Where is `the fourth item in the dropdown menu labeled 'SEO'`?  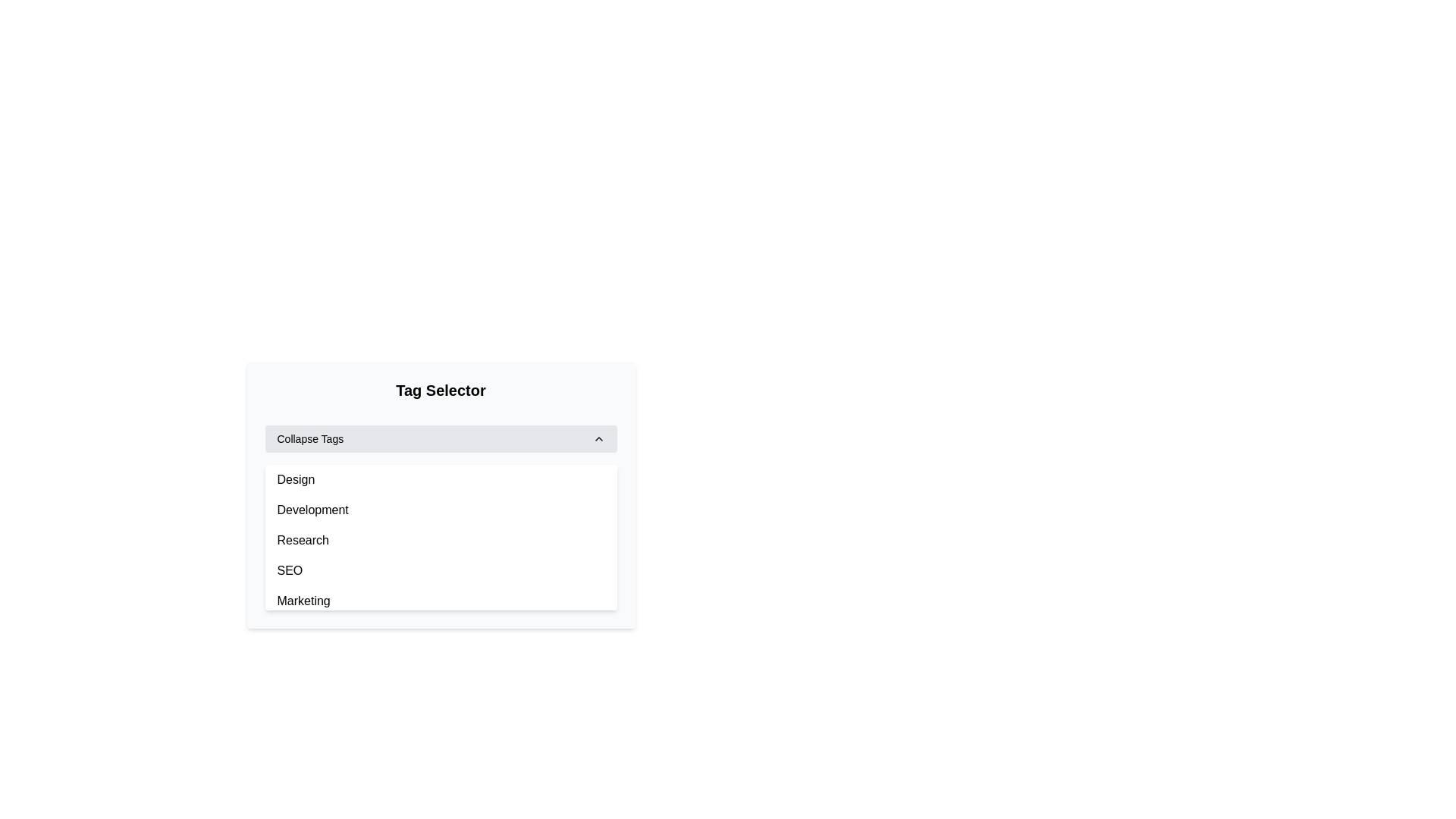 the fourth item in the dropdown menu labeled 'SEO' is located at coordinates (440, 570).